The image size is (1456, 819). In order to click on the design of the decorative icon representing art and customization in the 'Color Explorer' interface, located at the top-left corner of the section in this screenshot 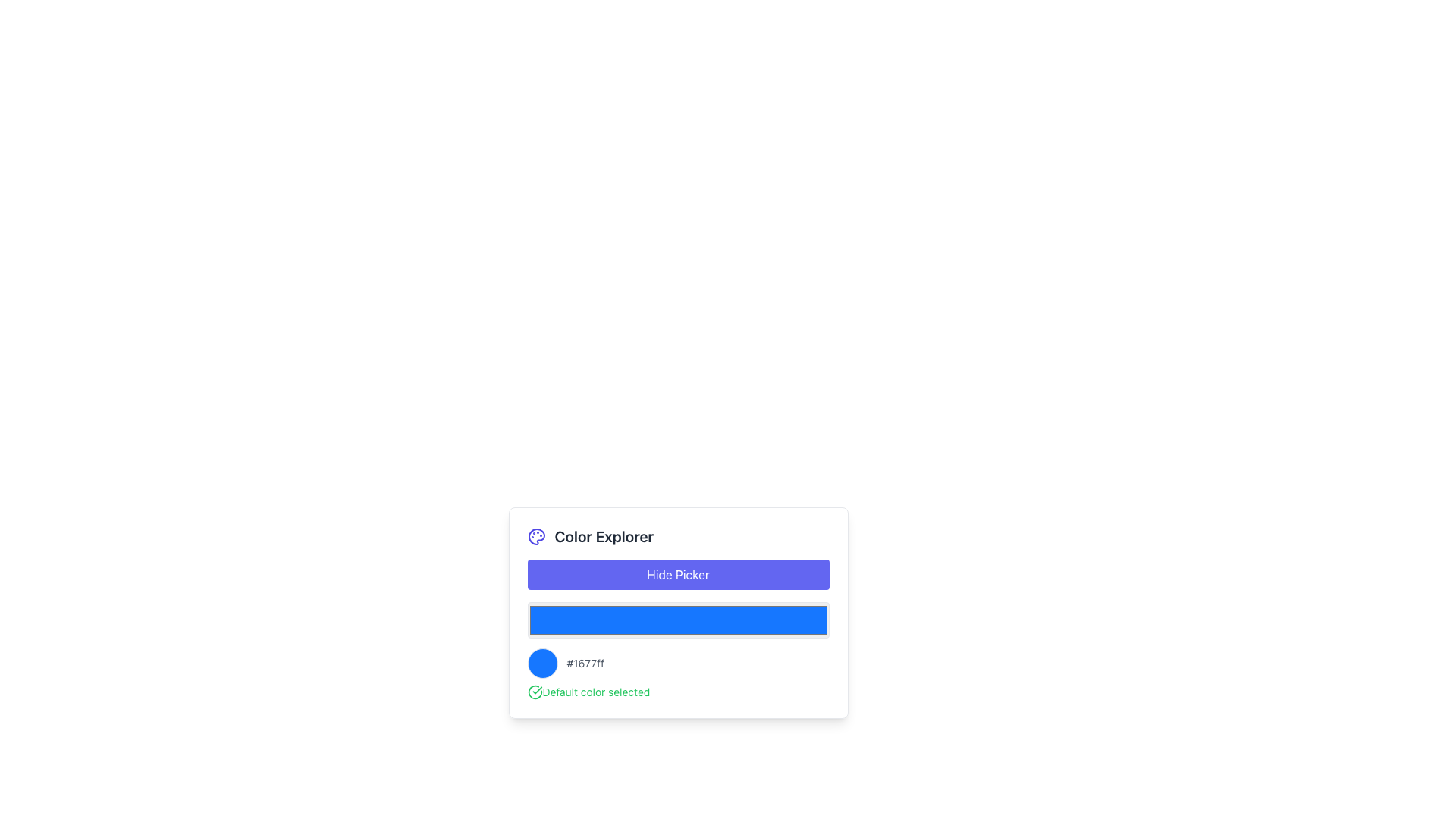, I will do `click(536, 536)`.